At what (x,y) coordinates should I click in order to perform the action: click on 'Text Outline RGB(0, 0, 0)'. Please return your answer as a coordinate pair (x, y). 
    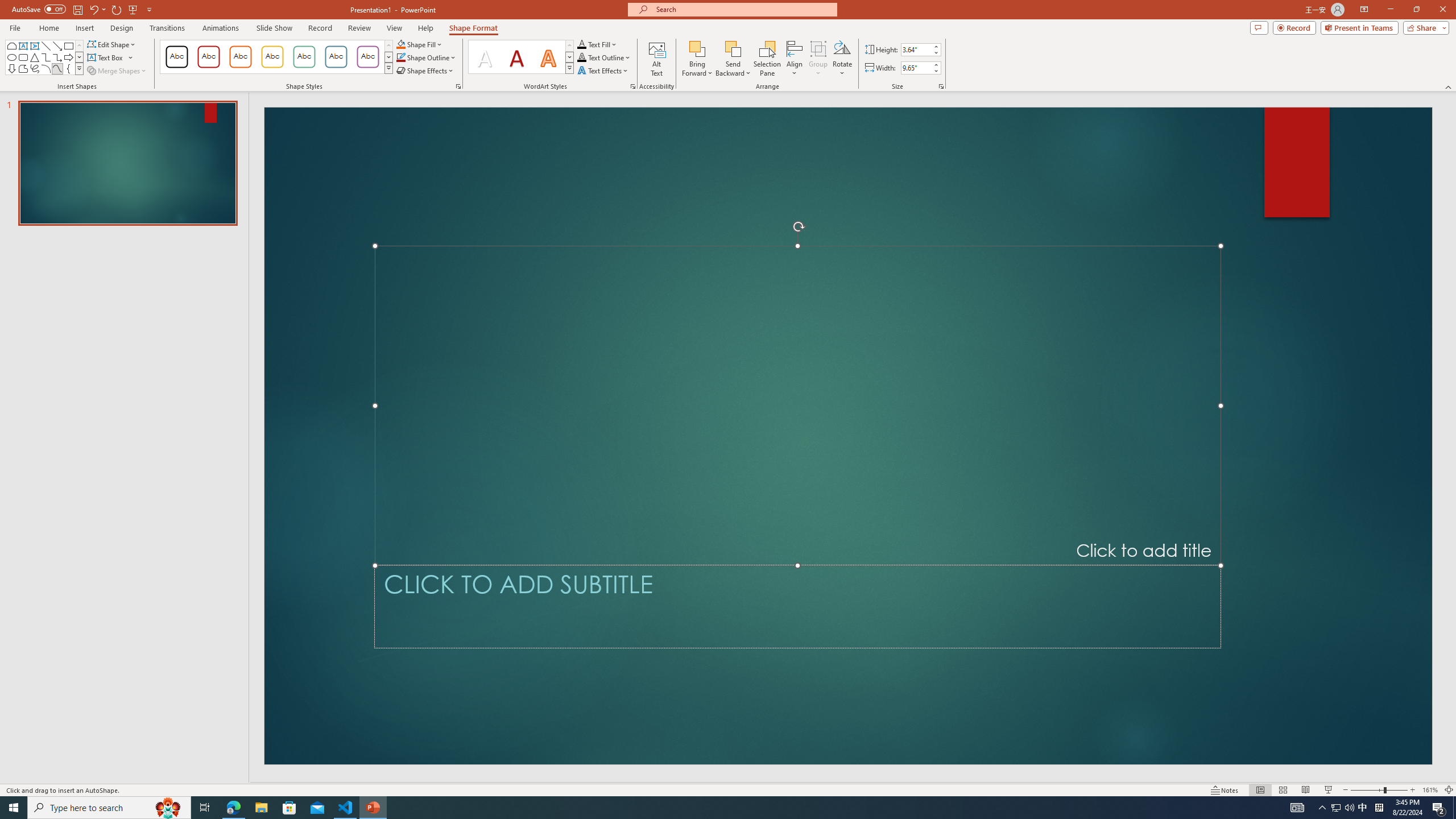
    Looking at the image, I should click on (581, 56).